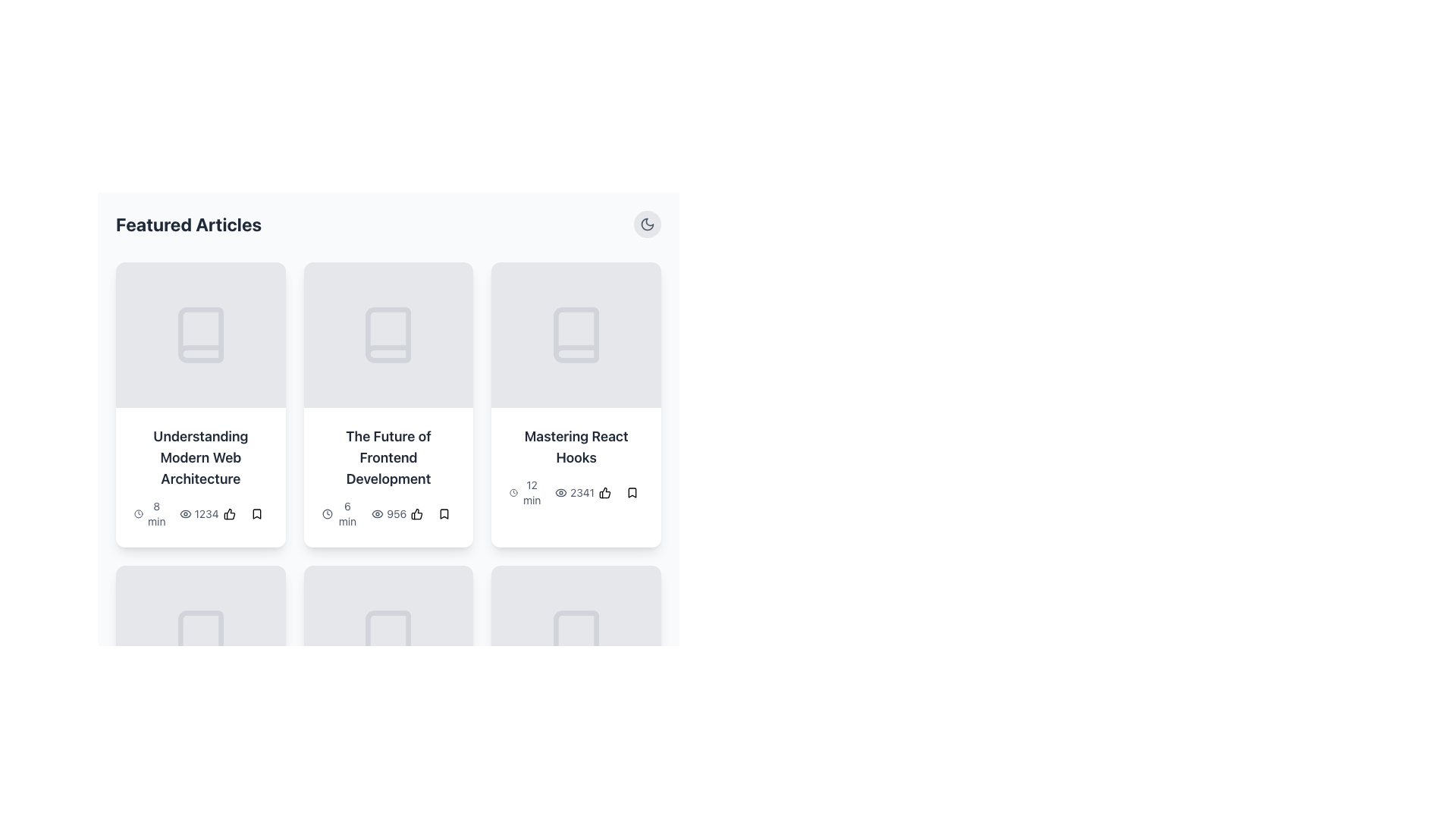 This screenshot has width=1456, height=819. Describe the element at coordinates (198, 513) in the screenshot. I see `the text element displaying the numeric value '1234' with an eye icon, located in the lower-left corner of the first card in the article previews grid for interactivity` at that location.